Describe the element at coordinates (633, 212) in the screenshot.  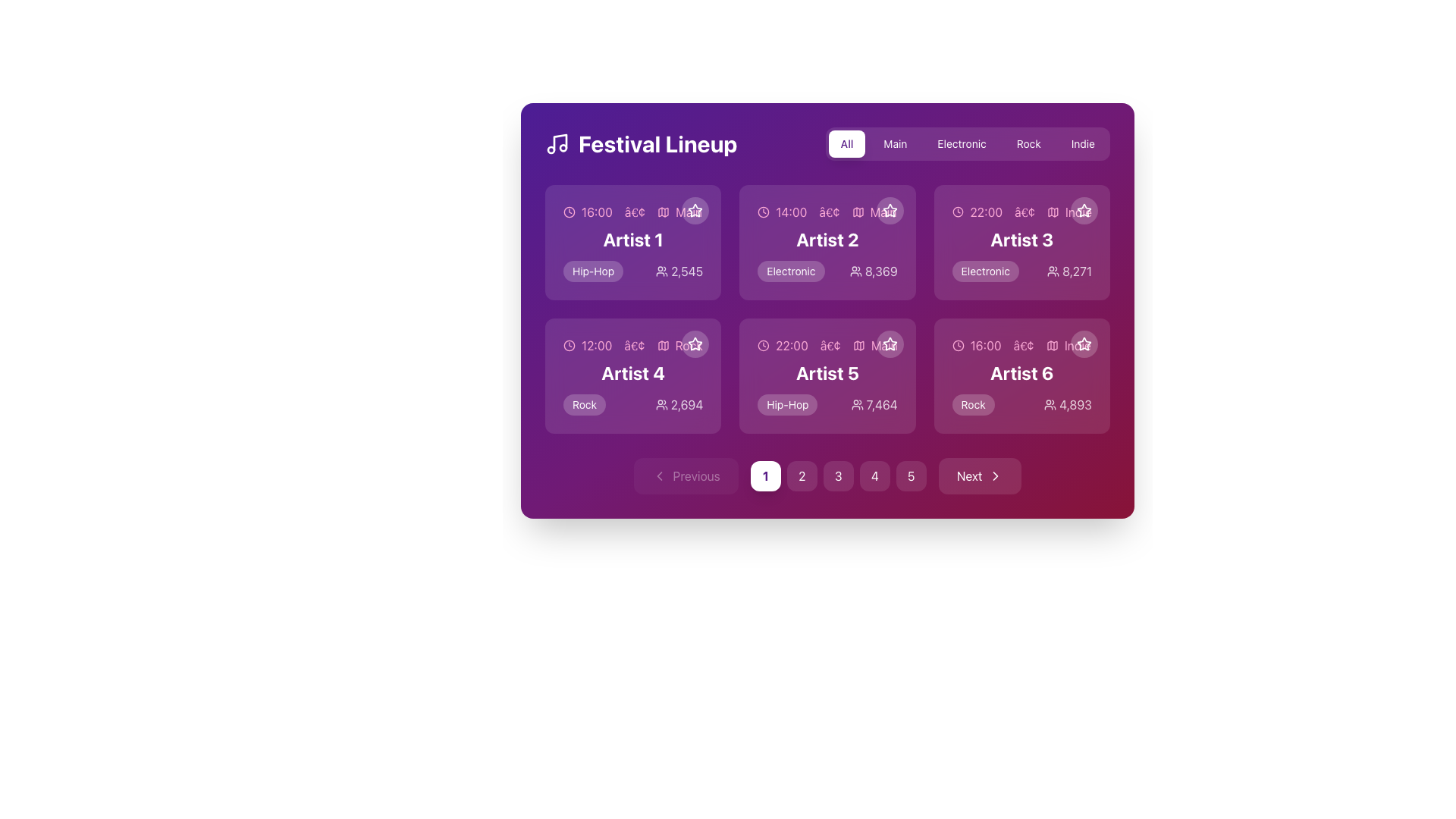
I see `text displayed in the Label with icon and text for 'Artist 1', located in the top-left corner of the grid display` at that location.